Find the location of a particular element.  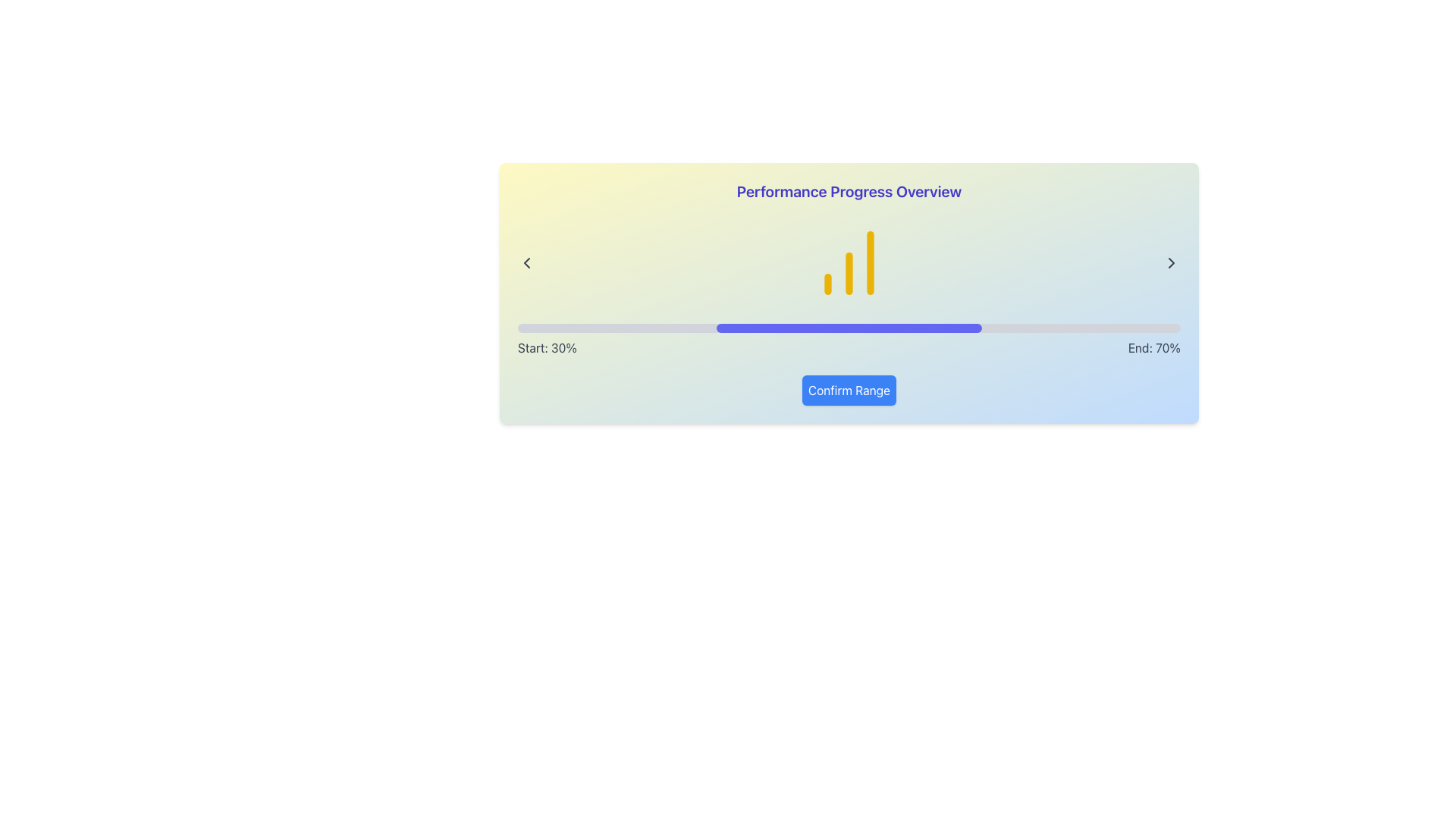

the Progress bar that visually represents the percentage progress, located below the heading 'Performance Progress Overview' and above the button 'Confirm Range' is located at coordinates (848, 327).